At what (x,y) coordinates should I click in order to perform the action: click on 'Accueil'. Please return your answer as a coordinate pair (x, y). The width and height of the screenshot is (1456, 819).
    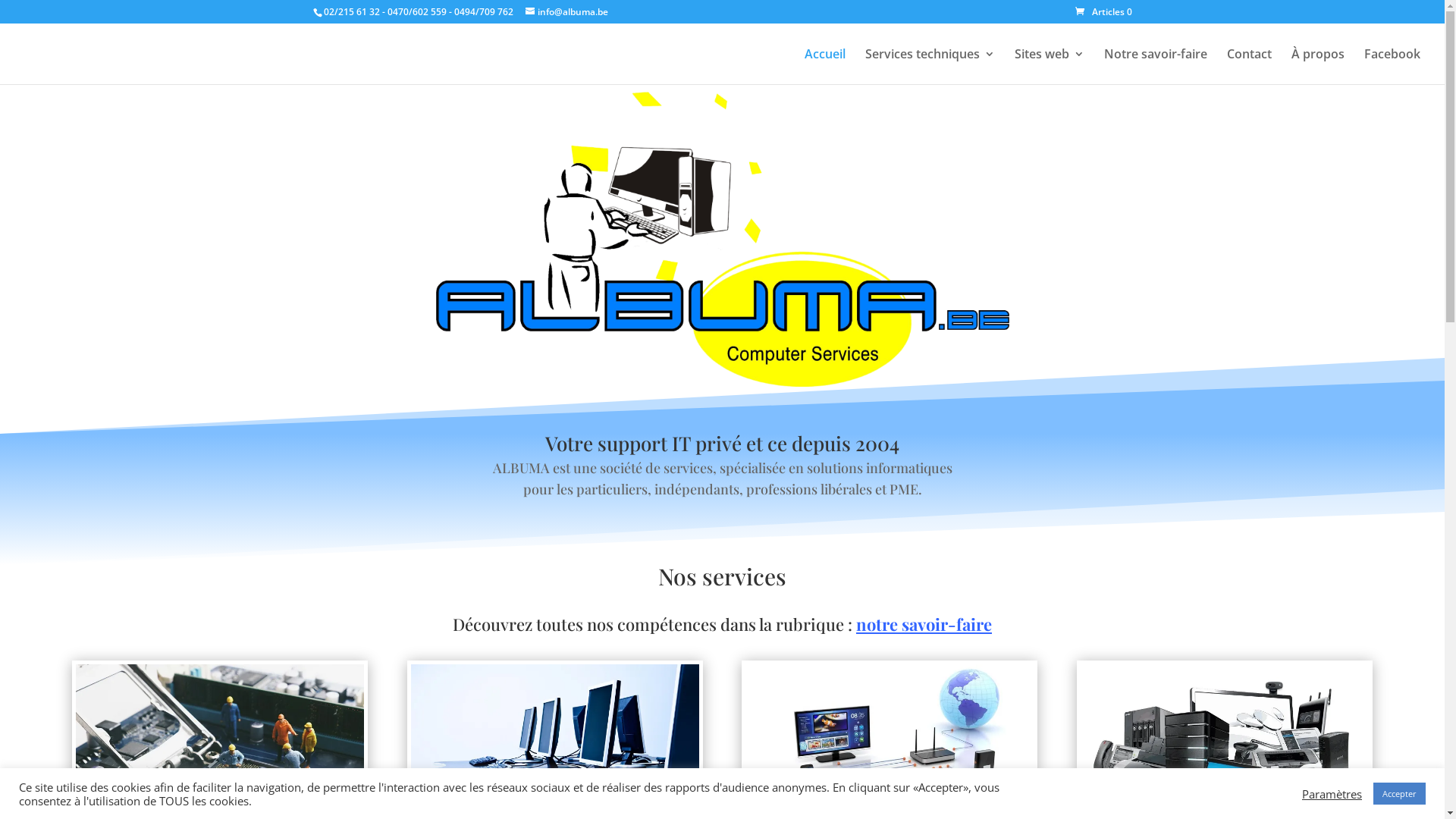
    Looking at the image, I should click on (824, 65).